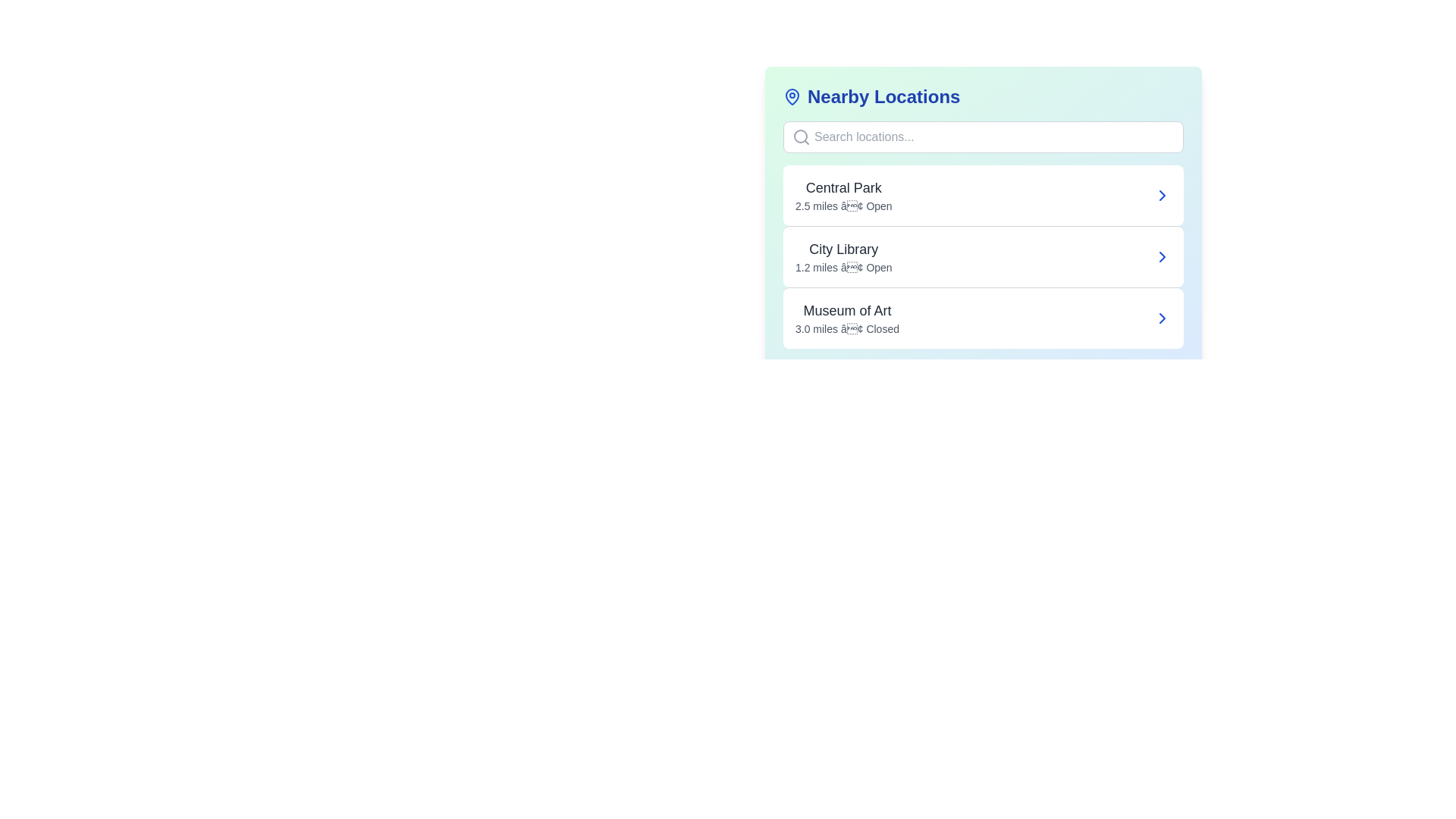 Image resolution: width=1456 pixels, height=819 pixels. What do you see at coordinates (846, 309) in the screenshot?
I see `text label displaying 'Museum of Art' located in the middle section of the Nearby Locations panel, positioned under 'City Library' and above '3.0 miles • Closed'` at bounding box center [846, 309].